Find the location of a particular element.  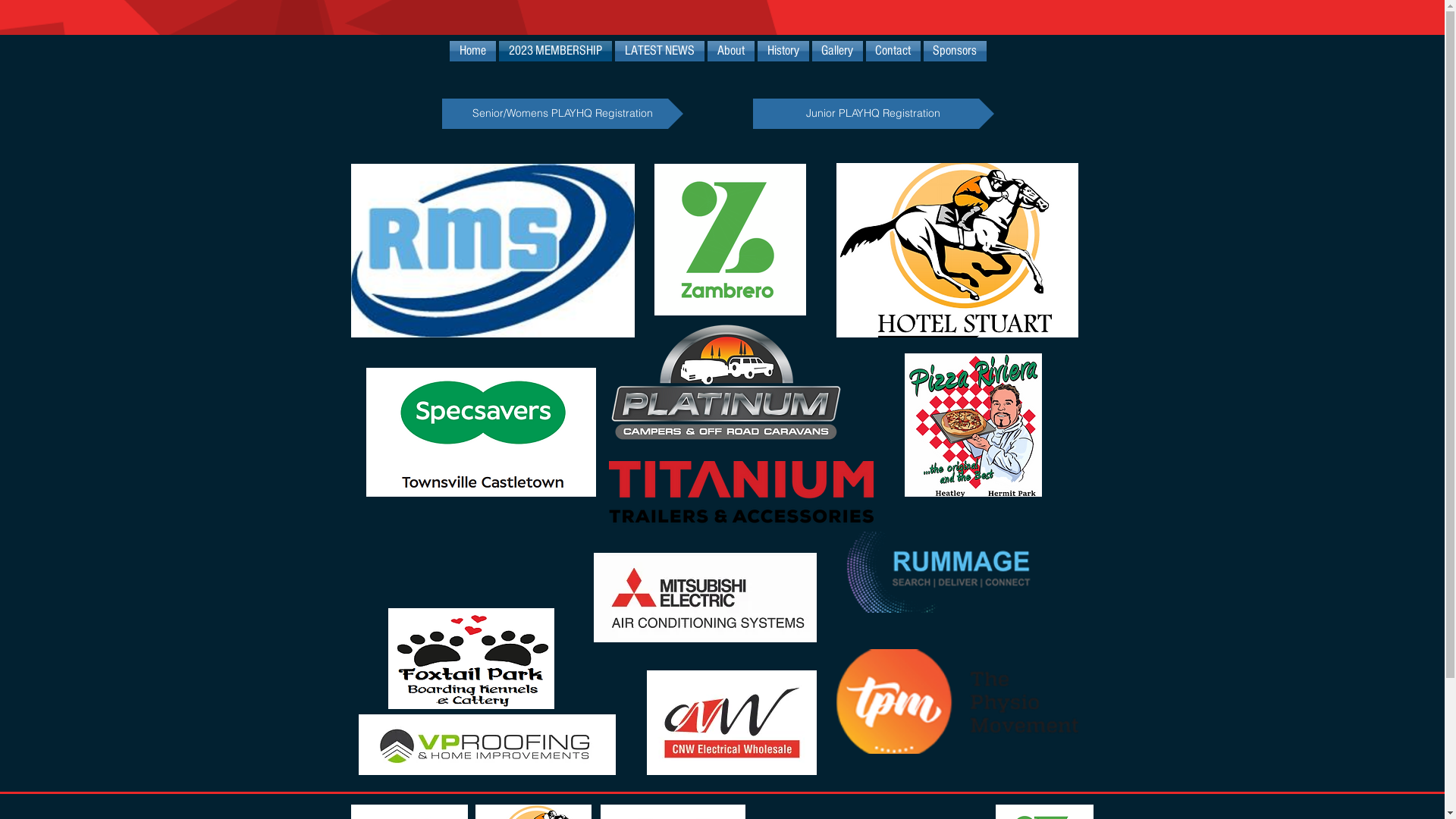

'Sponsors' is located at coordinates (953, 50).